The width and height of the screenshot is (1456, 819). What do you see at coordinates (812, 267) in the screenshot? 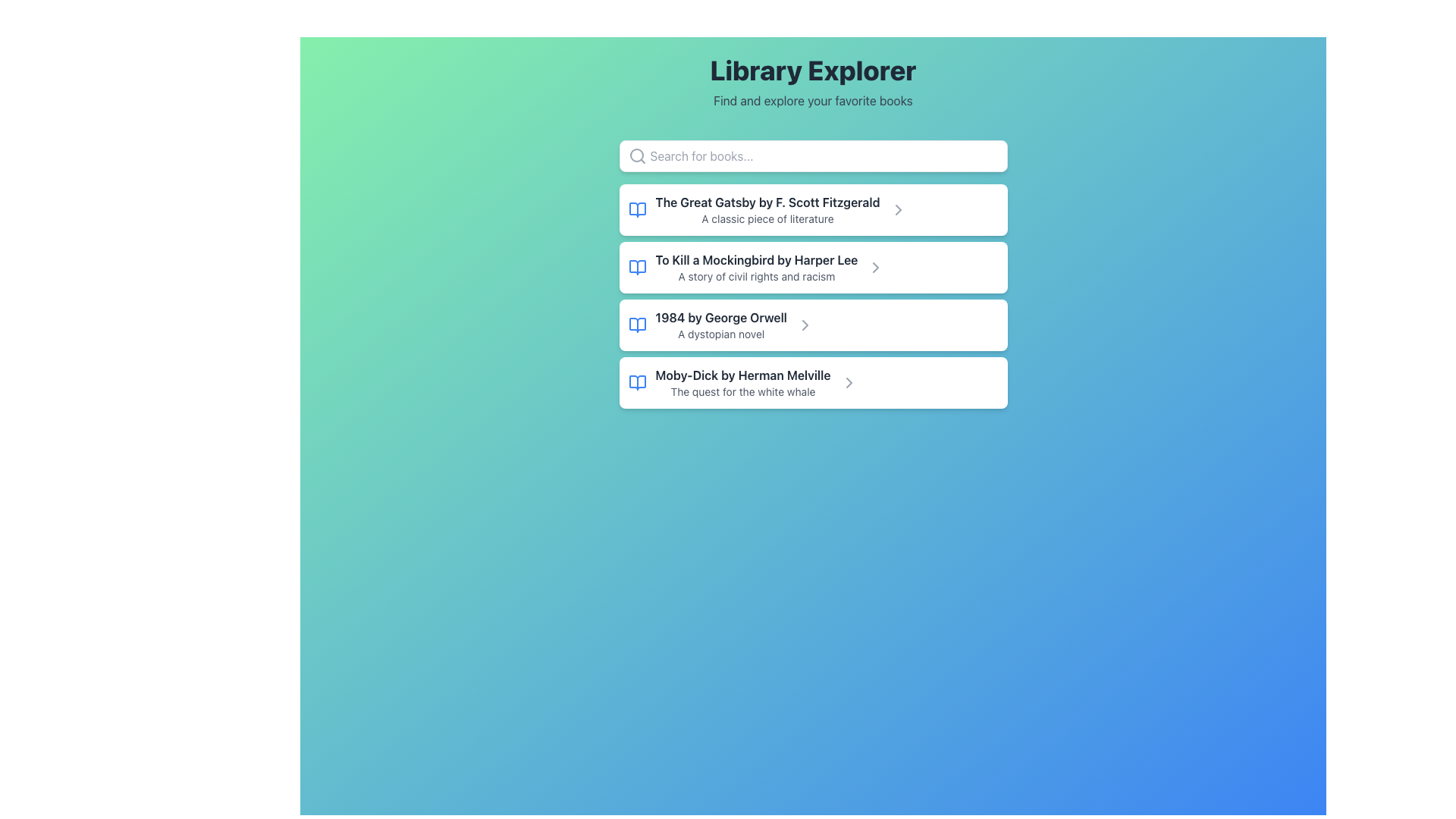
I see `the list item representing the book 'To Kill a Mockingbird by Harper Lee'` at bounding box center [812, 267].